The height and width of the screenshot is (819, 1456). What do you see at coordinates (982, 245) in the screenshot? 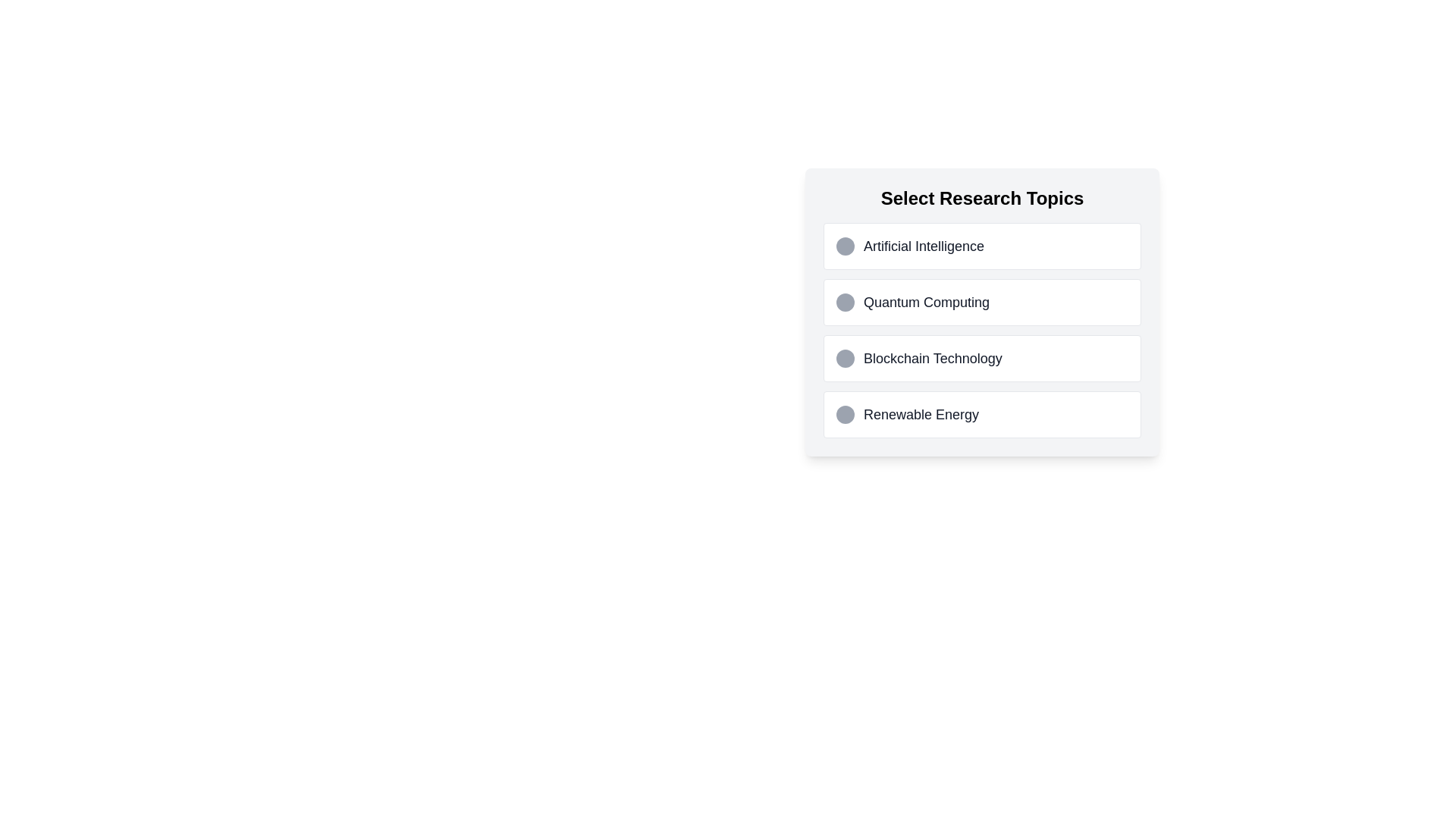
I see `the selectable list item labeled 'Artificial Intelligence'` at bounding box center [982, 245].